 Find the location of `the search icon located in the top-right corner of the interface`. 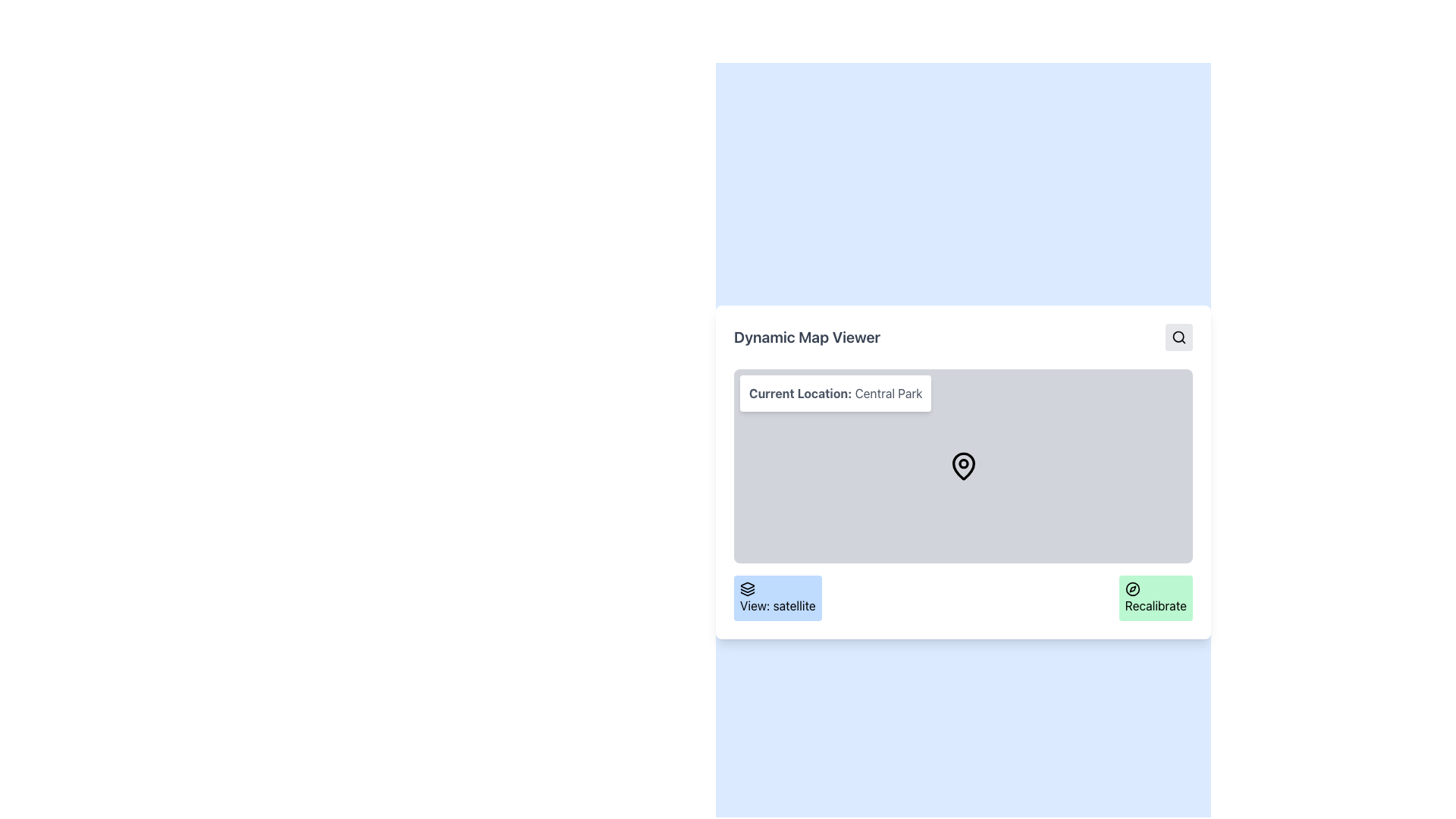

the search icon located in the top-right corner of the interface is located at coordinates (1178, 336).